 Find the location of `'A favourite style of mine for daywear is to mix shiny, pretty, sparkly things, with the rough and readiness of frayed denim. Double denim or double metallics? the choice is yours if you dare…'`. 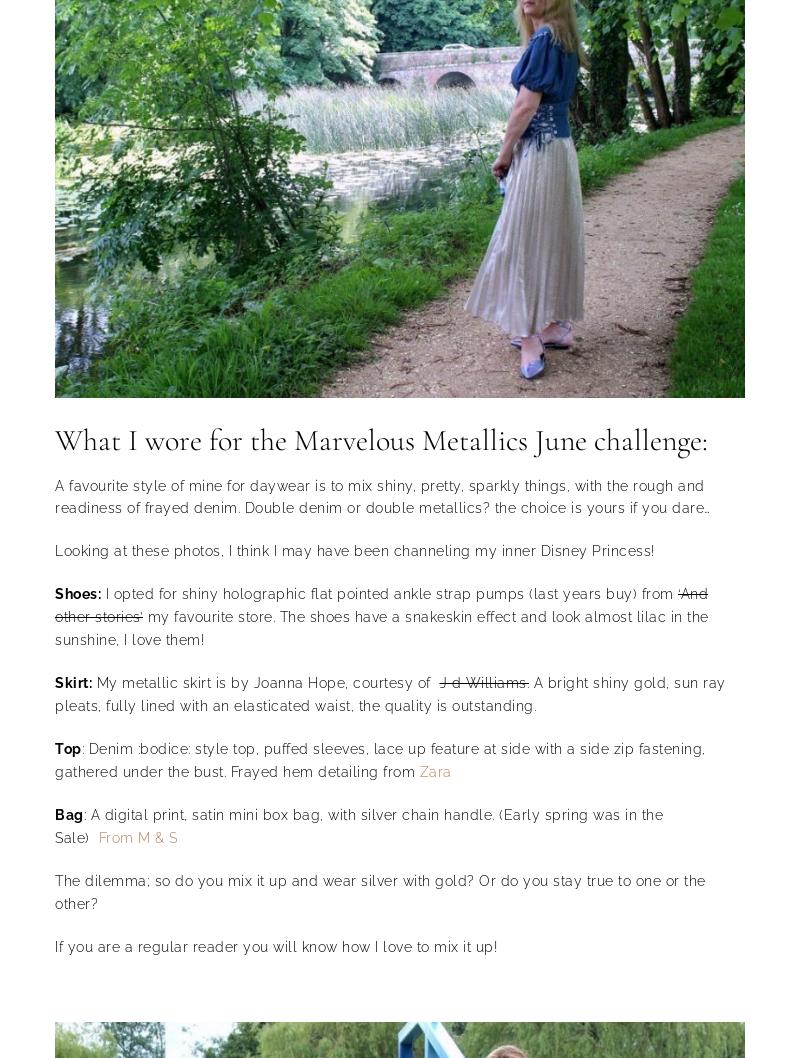

'A favourite style of mine for daywear is to mix shiny, pretty, sparkly things, with the rough and readiness of frayed denim. Double denim or double metallics? the choice is yours if you dare…' is located at coordinates (381, 495).